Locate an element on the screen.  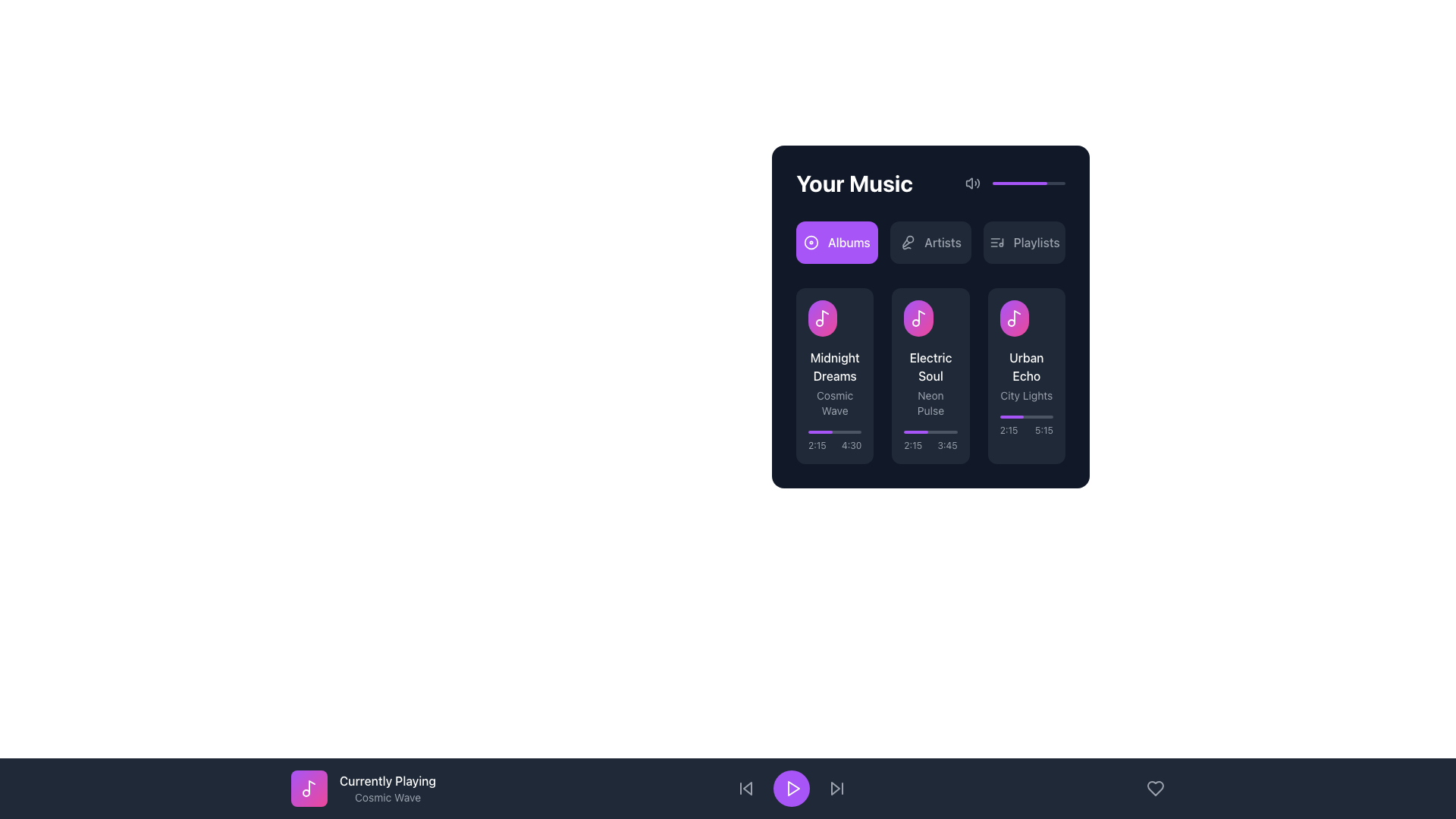
graphical icon embedded within a circular background, which features a gradient from purple to pink and a white musical note icon at its center, located on the 'Urban Echo' card is located at coordinates (1026, 318).